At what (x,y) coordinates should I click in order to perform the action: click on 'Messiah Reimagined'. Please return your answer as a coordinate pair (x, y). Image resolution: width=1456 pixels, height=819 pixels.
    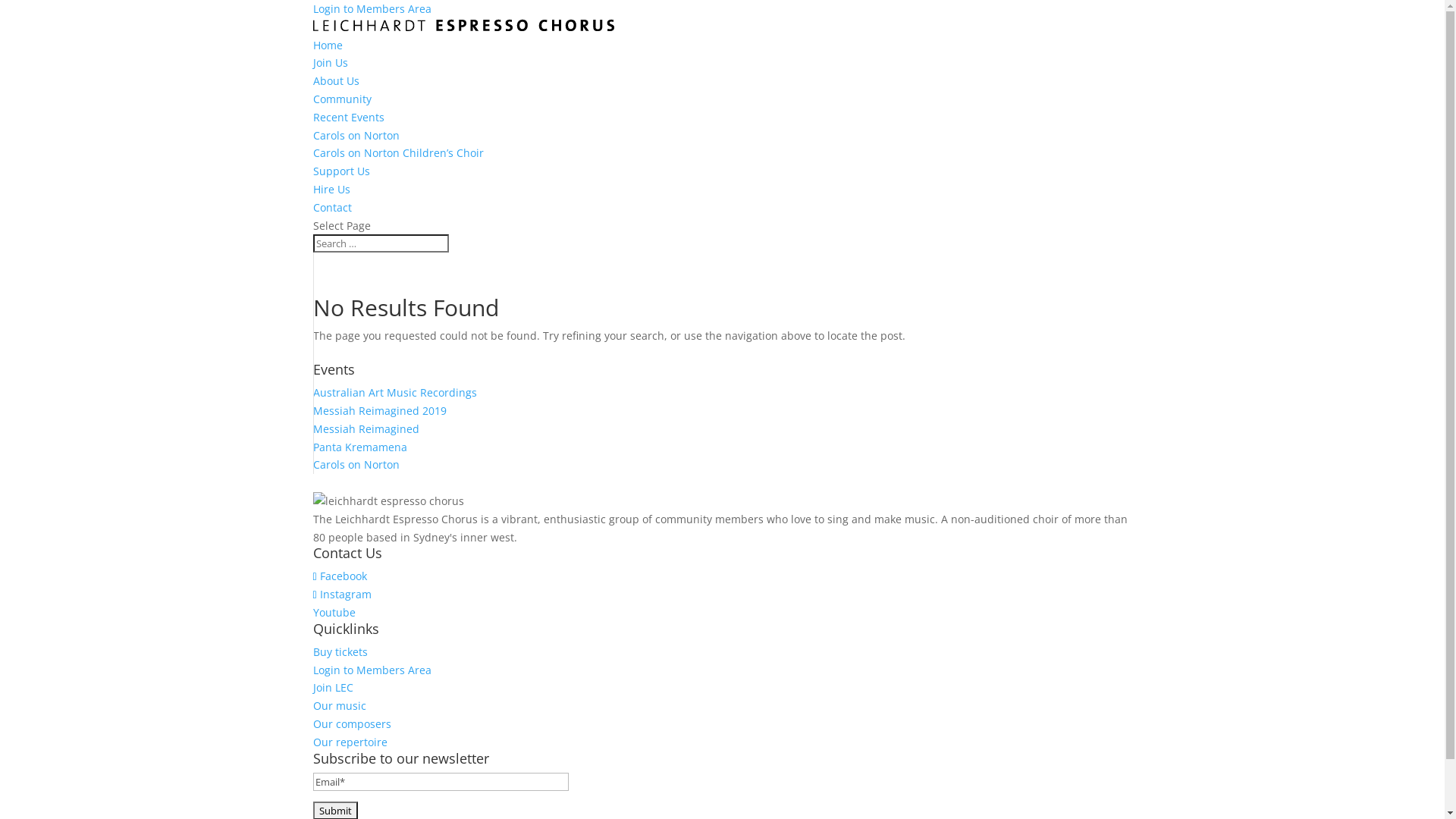
    Looking at the image, I should click on (312, 428).